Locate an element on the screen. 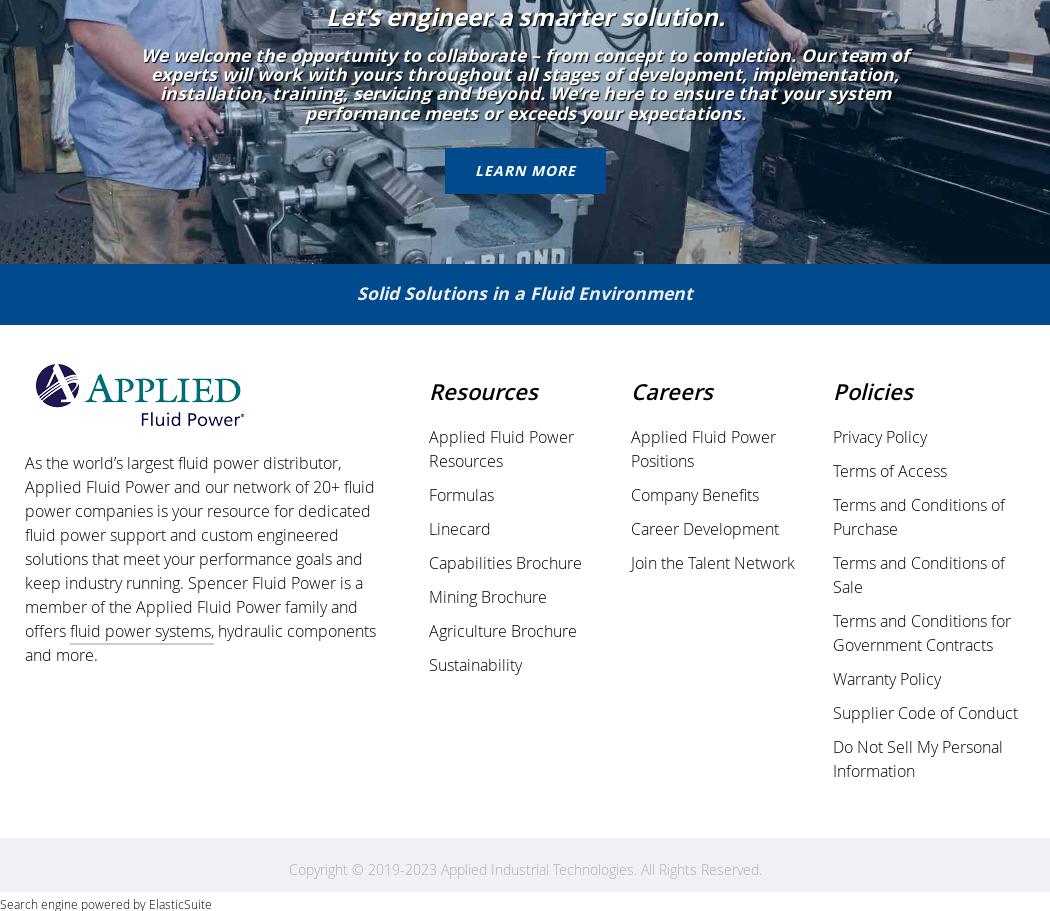 The width and height of the screenshot is (1050, 911). 'Terms and Conditions of Purchase' is located at coordinates (918, 515).